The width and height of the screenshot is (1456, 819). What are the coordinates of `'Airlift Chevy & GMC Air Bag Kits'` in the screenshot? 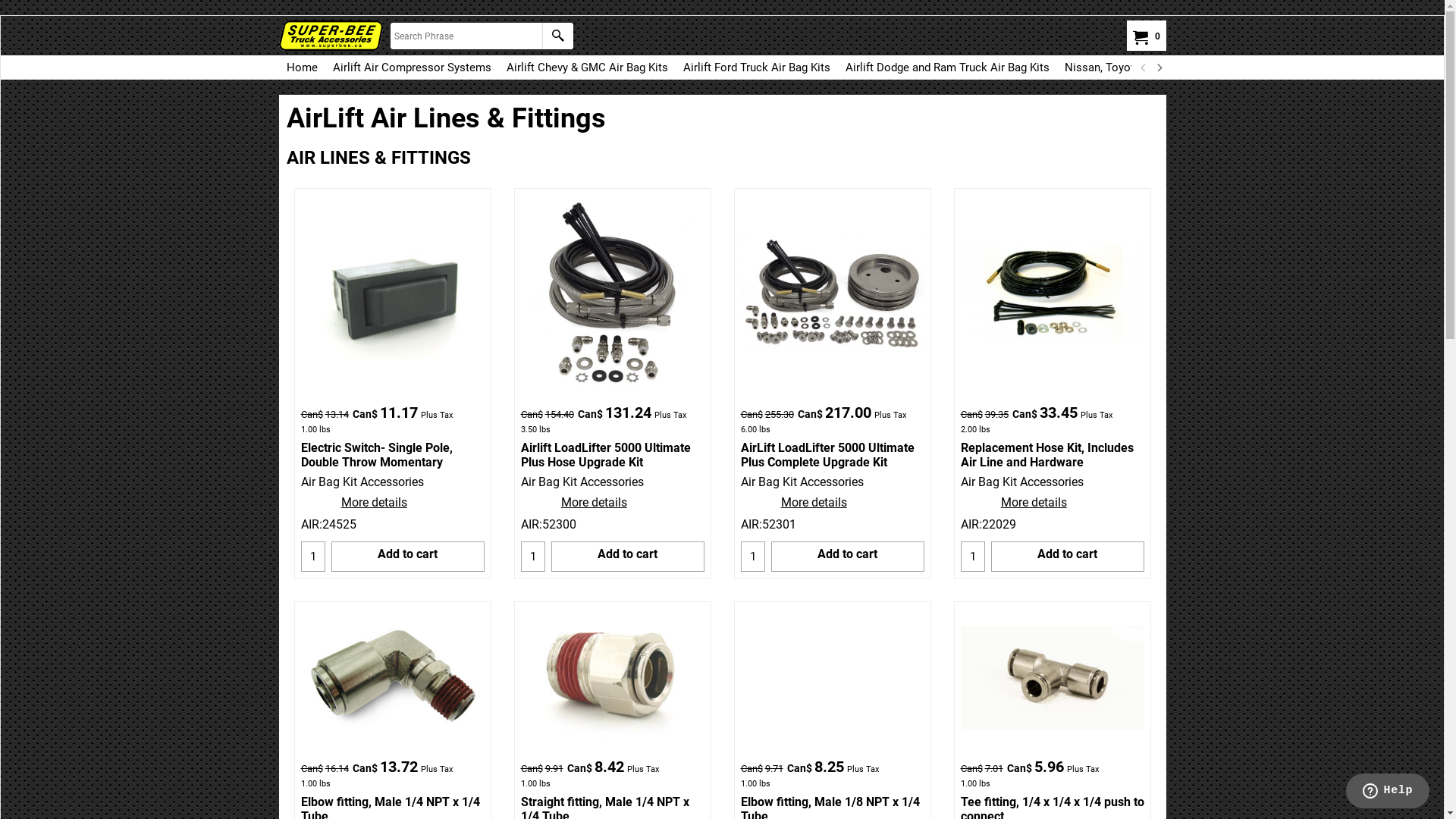 It's located at (586, 66).